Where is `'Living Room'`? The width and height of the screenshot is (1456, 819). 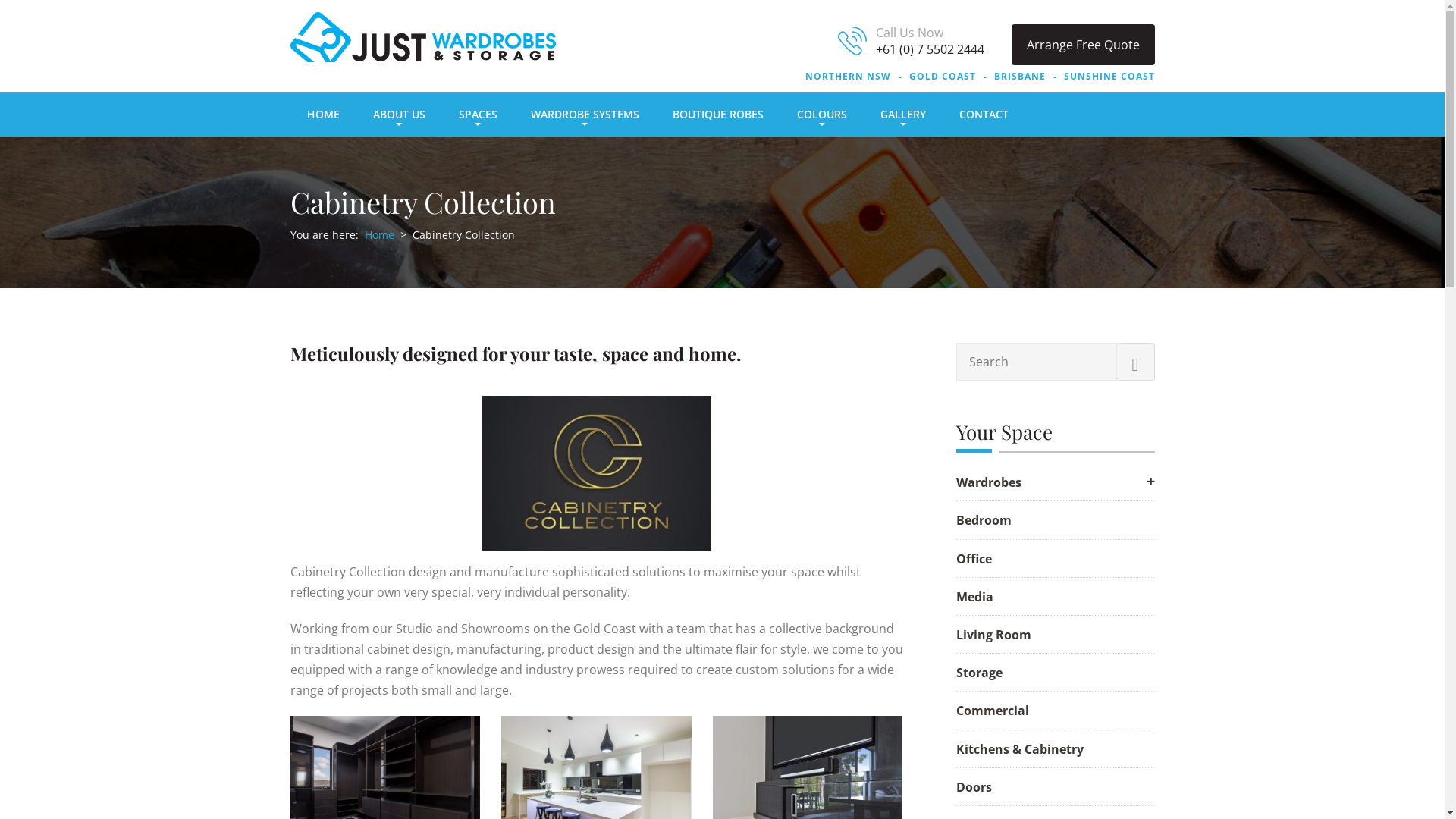 'Living Room' is located at coordinates (1054, 635).